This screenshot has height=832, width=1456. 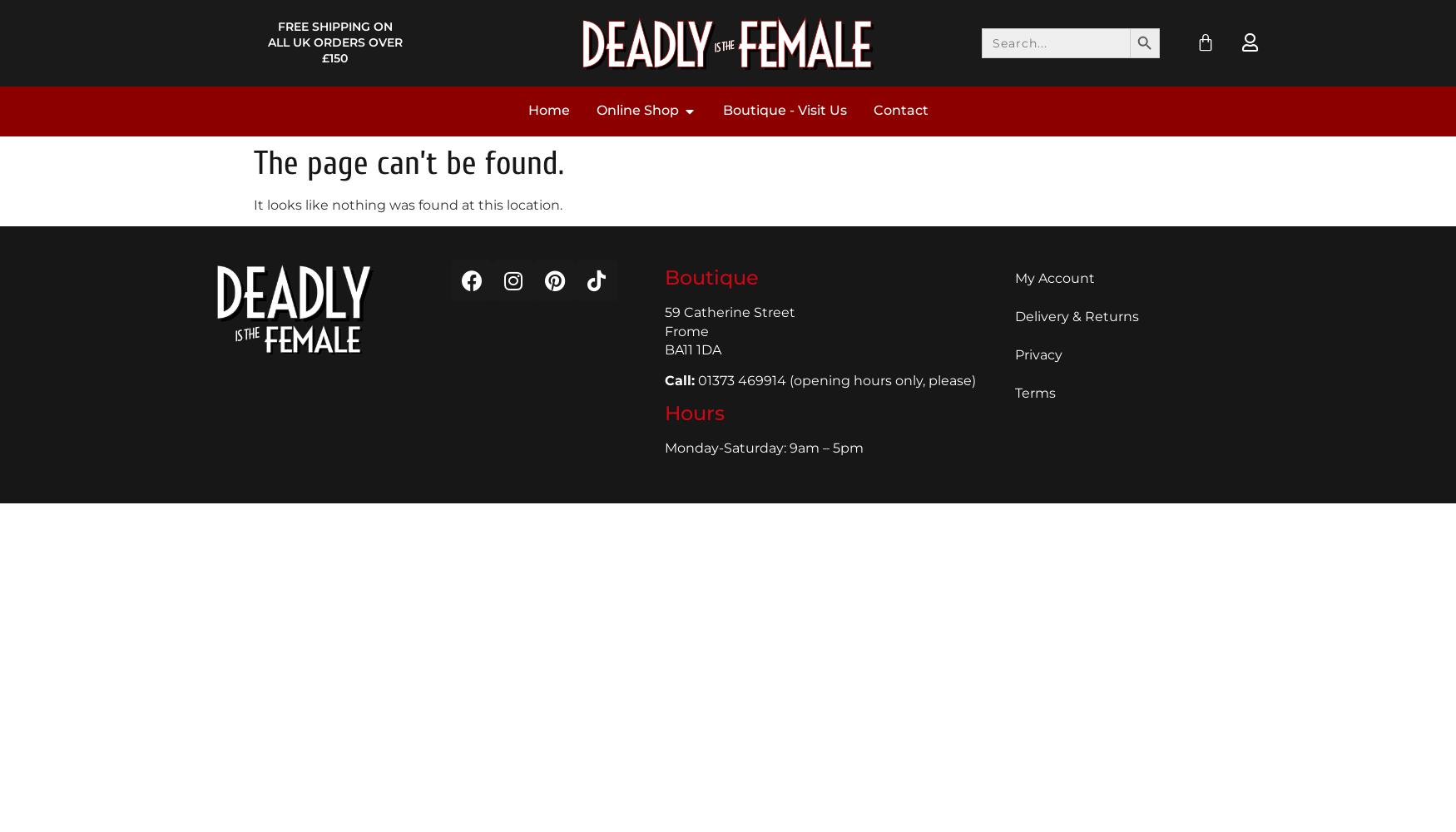 What do you see at coordinates (409, 161) in the screenshot?
I see `'The page can’t be found.'` at bounding box center [409, 161].